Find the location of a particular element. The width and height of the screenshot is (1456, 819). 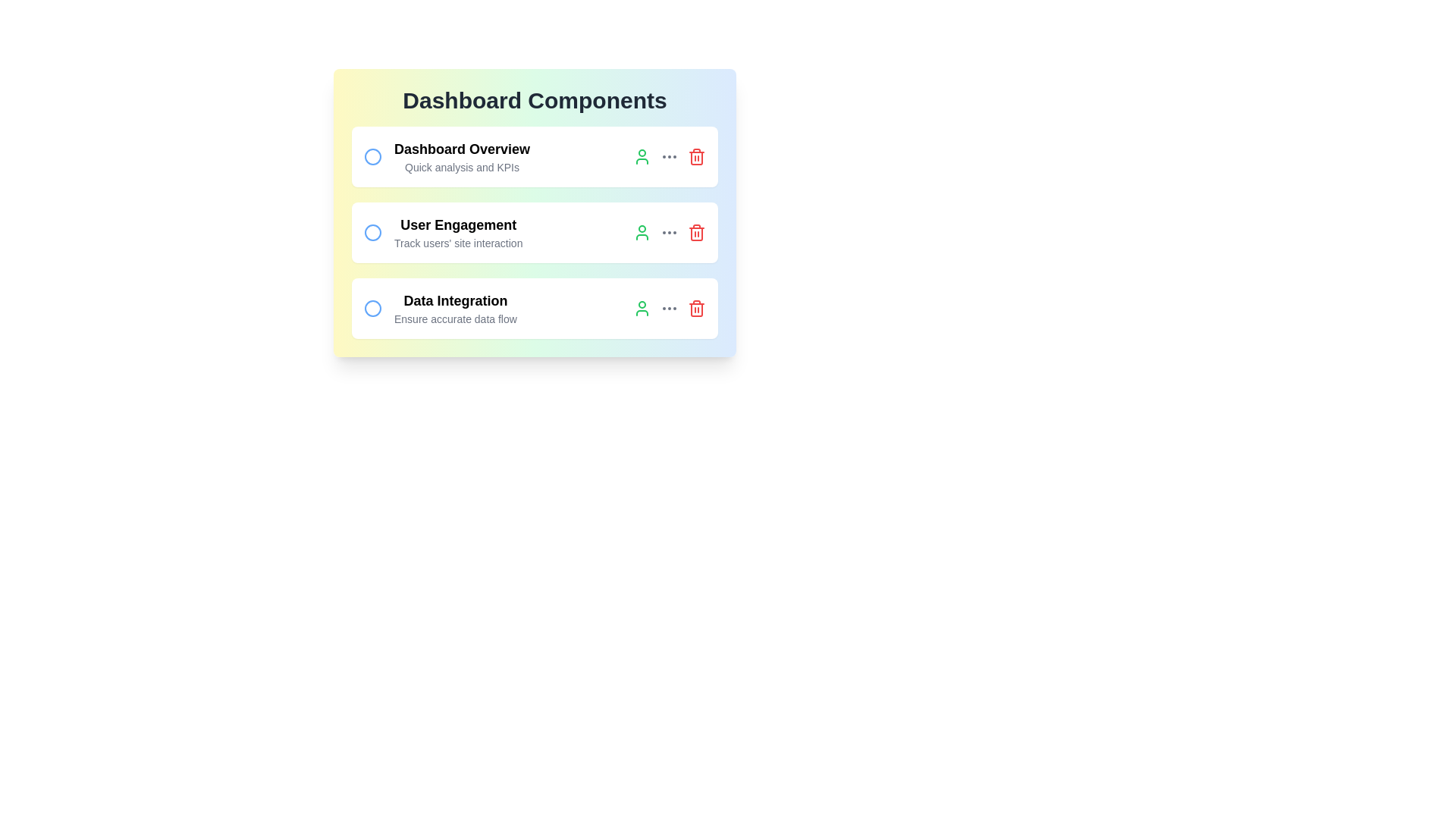

the trash icon to delete the task corresponding to User Engagement is located at coordinates (695, 233).